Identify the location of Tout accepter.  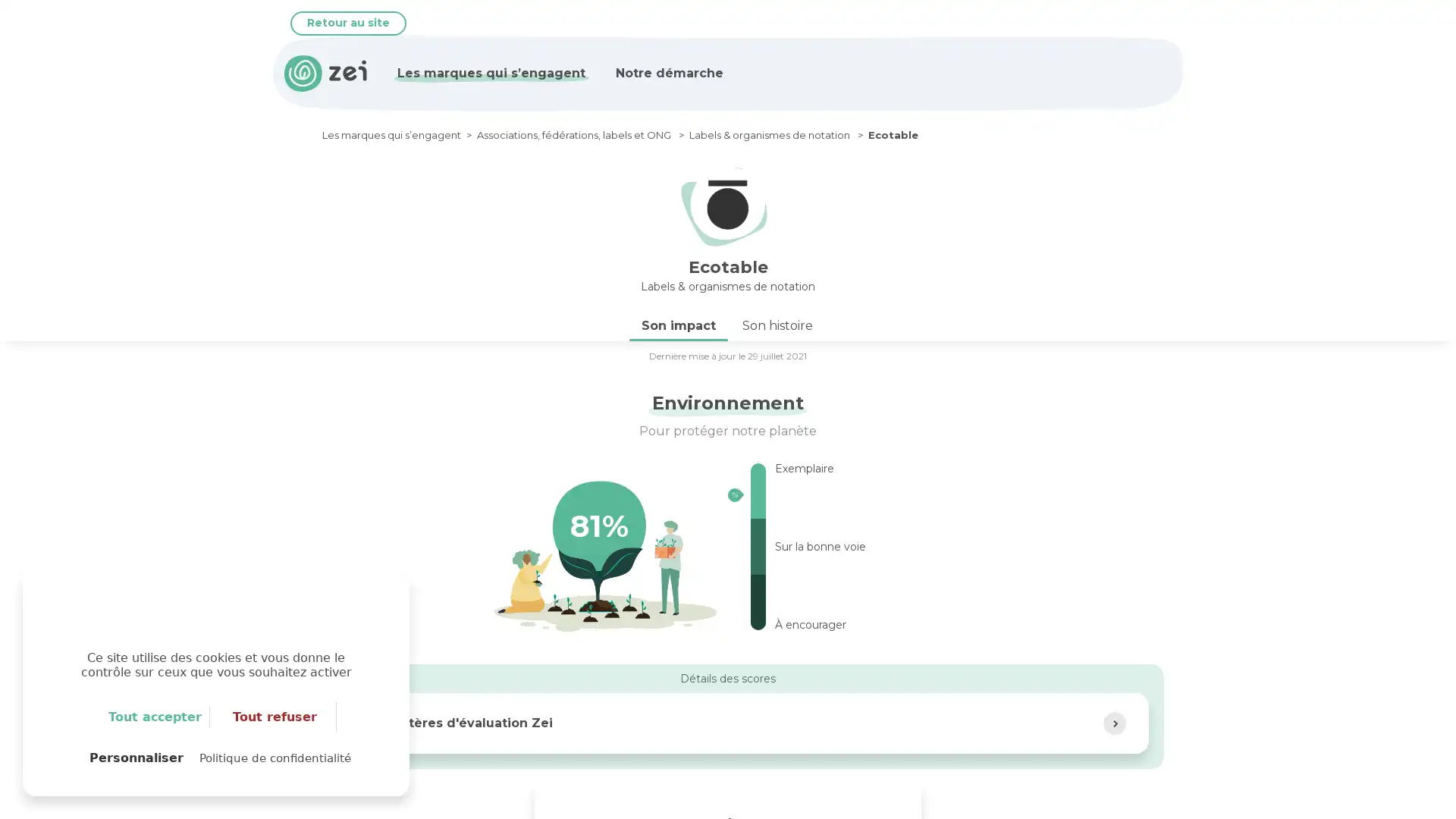
(155, 717).